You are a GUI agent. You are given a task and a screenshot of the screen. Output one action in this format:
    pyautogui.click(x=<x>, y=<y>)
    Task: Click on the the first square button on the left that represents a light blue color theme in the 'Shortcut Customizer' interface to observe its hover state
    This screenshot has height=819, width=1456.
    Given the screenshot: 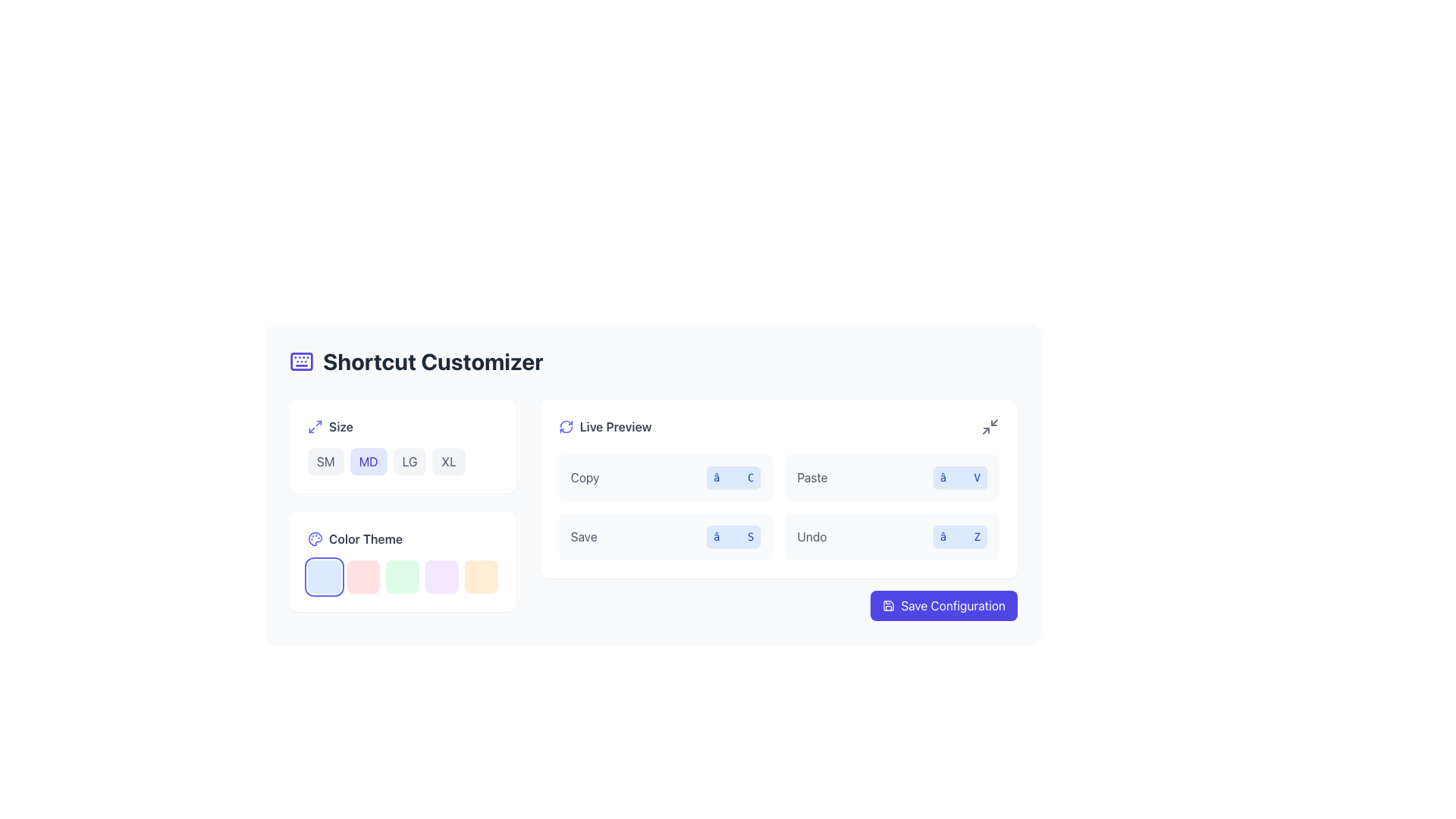 What is the action you would take?
    pyautogui.click(x=323, y=576)
    